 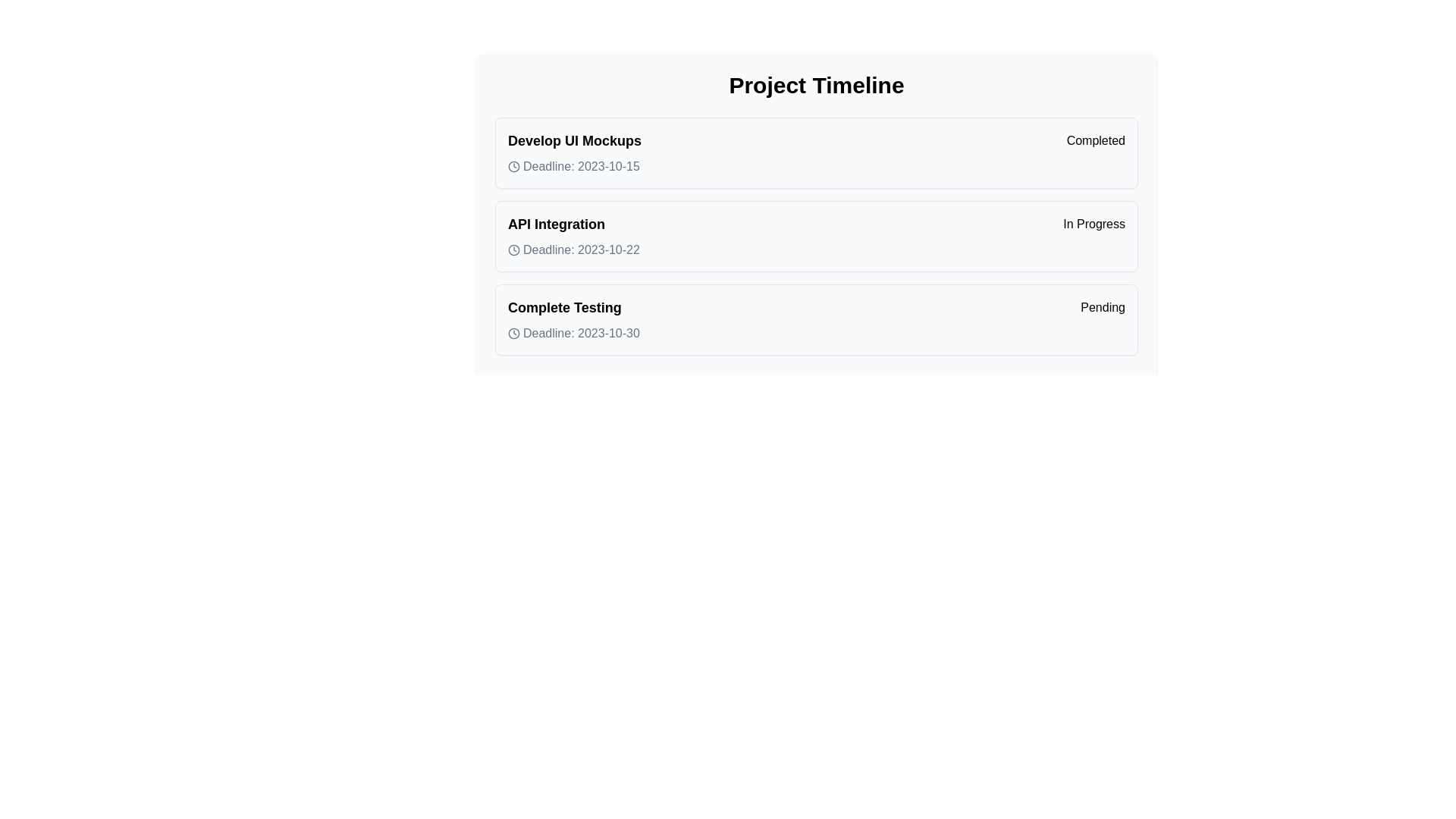 I want to click on the text label displaying 'Deadline: 2023-10-30' that is positioned to the right of a clock icon in the third task item labeled 'Complete Testing', so click(x=581, y=332).